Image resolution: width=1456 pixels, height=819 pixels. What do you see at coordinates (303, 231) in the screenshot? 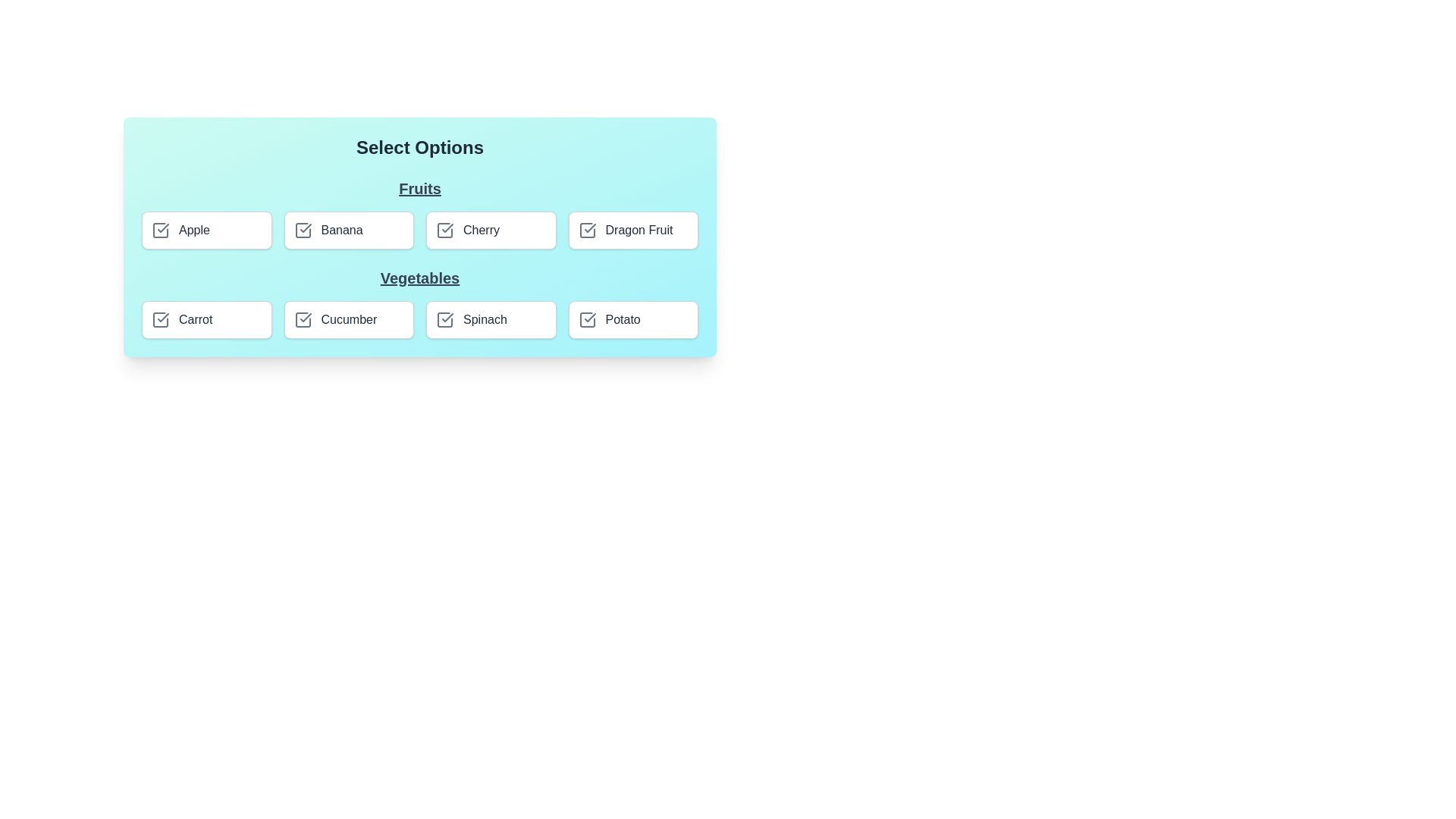
I see `the square-shaped, outlined checkbox icon containing a checkmark, located to the left of the text 'Banana' under the 'Fruits' category` at bounding box center [303, 231].